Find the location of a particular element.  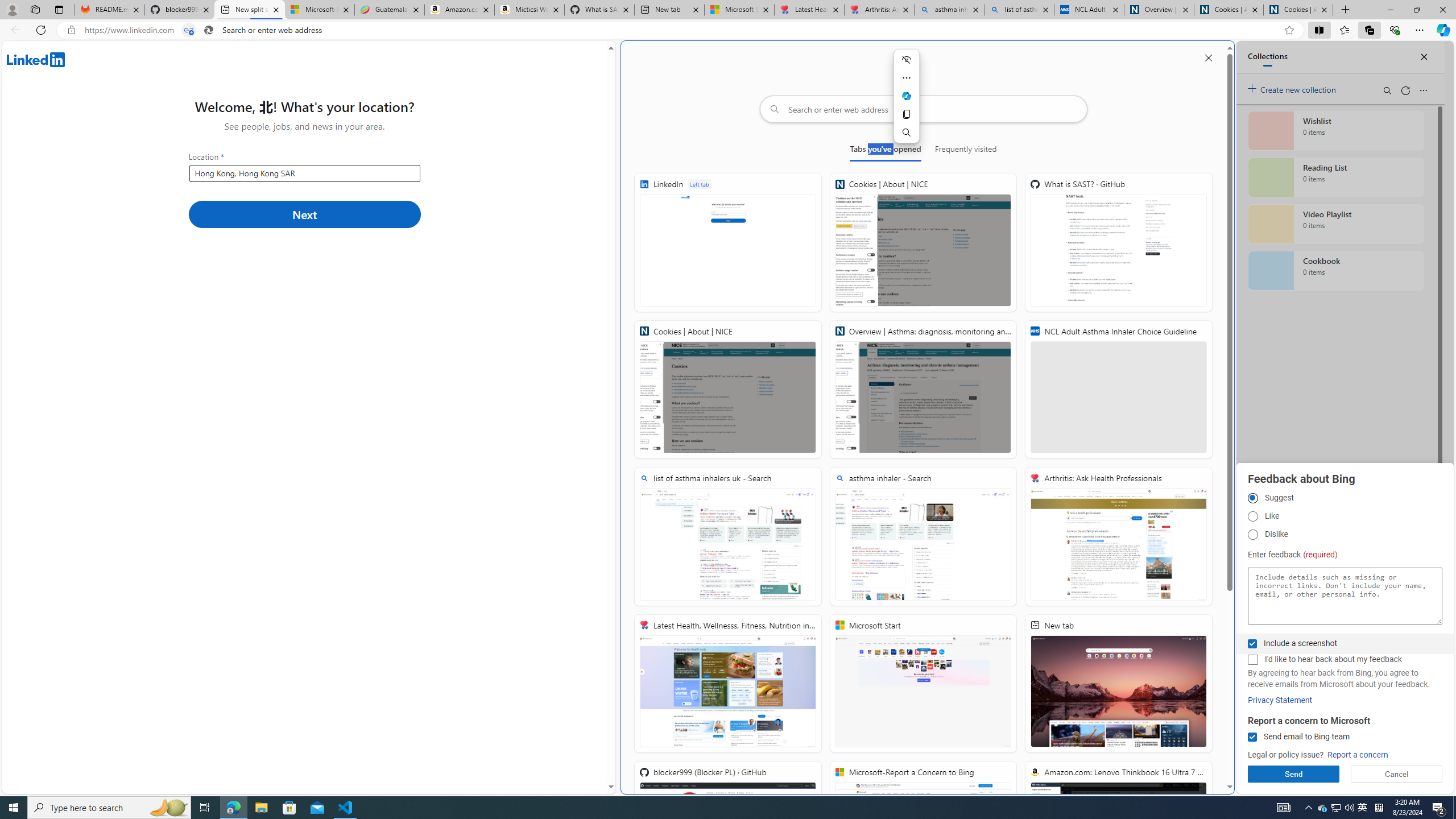

'Report a concern' is located at coordinates (1358, 754).